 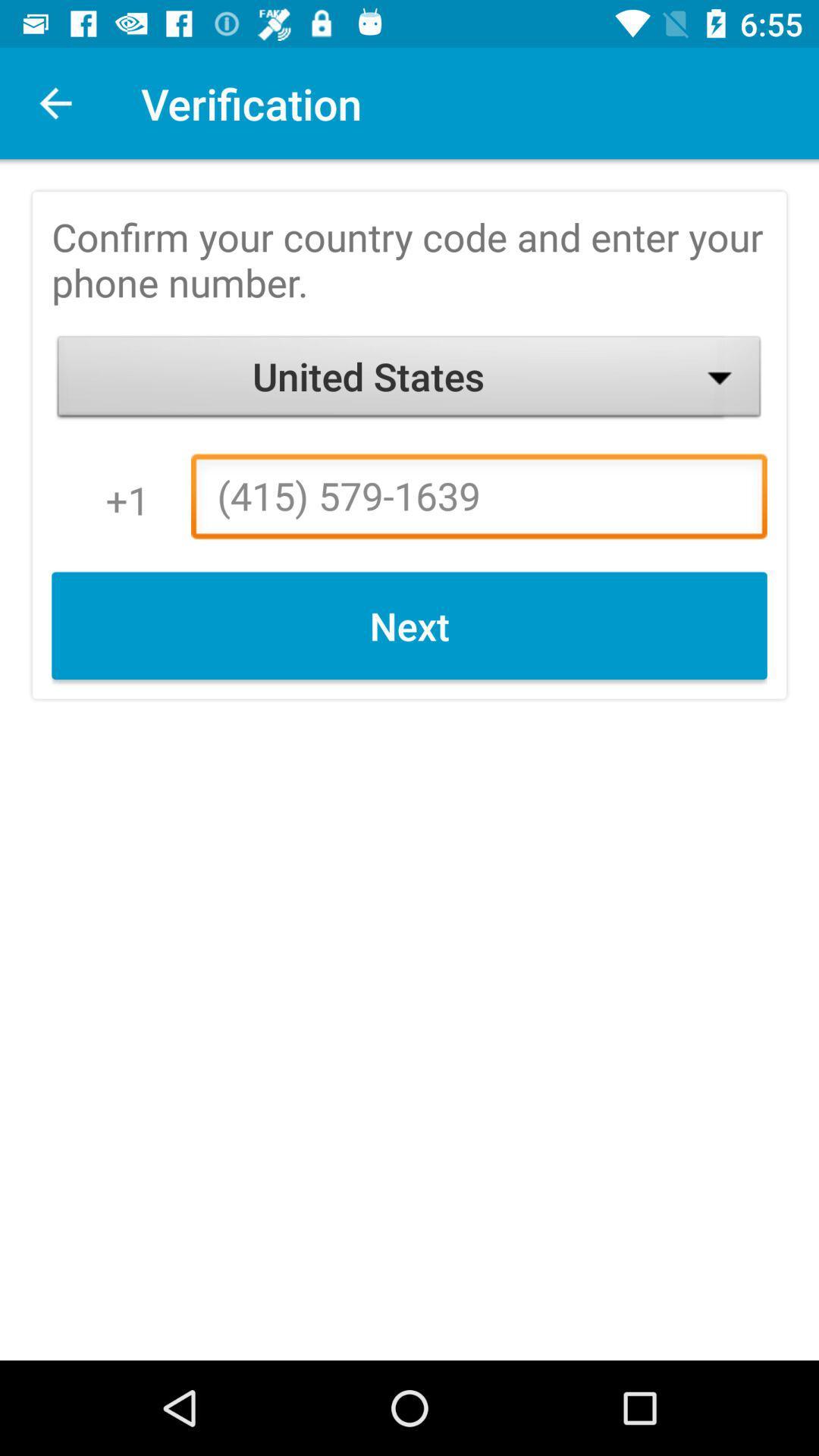 I want to click on next icon, so click(x=409, y=626).